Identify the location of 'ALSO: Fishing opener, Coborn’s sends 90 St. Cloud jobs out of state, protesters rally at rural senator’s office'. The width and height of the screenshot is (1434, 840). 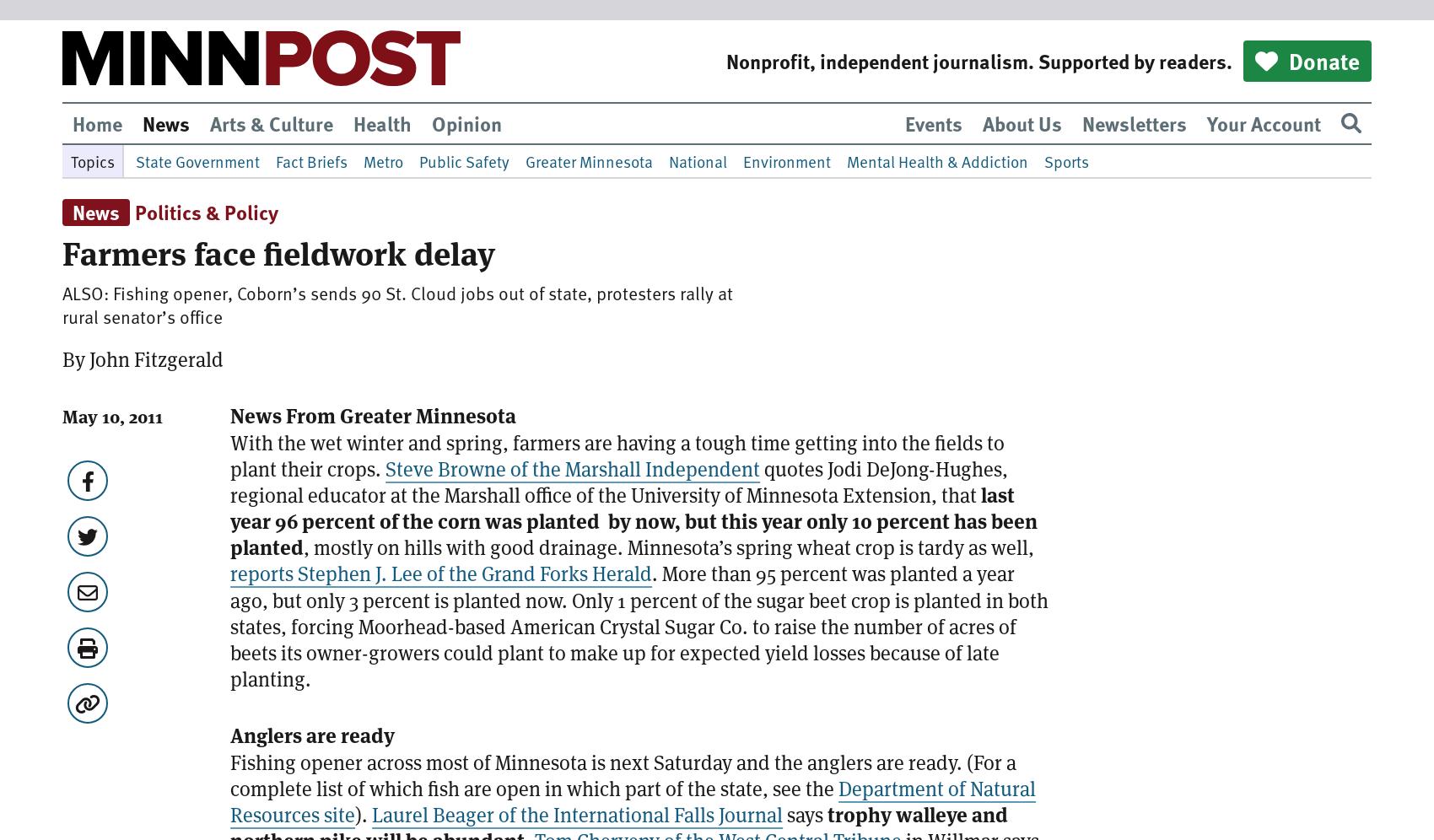
(397, 304).